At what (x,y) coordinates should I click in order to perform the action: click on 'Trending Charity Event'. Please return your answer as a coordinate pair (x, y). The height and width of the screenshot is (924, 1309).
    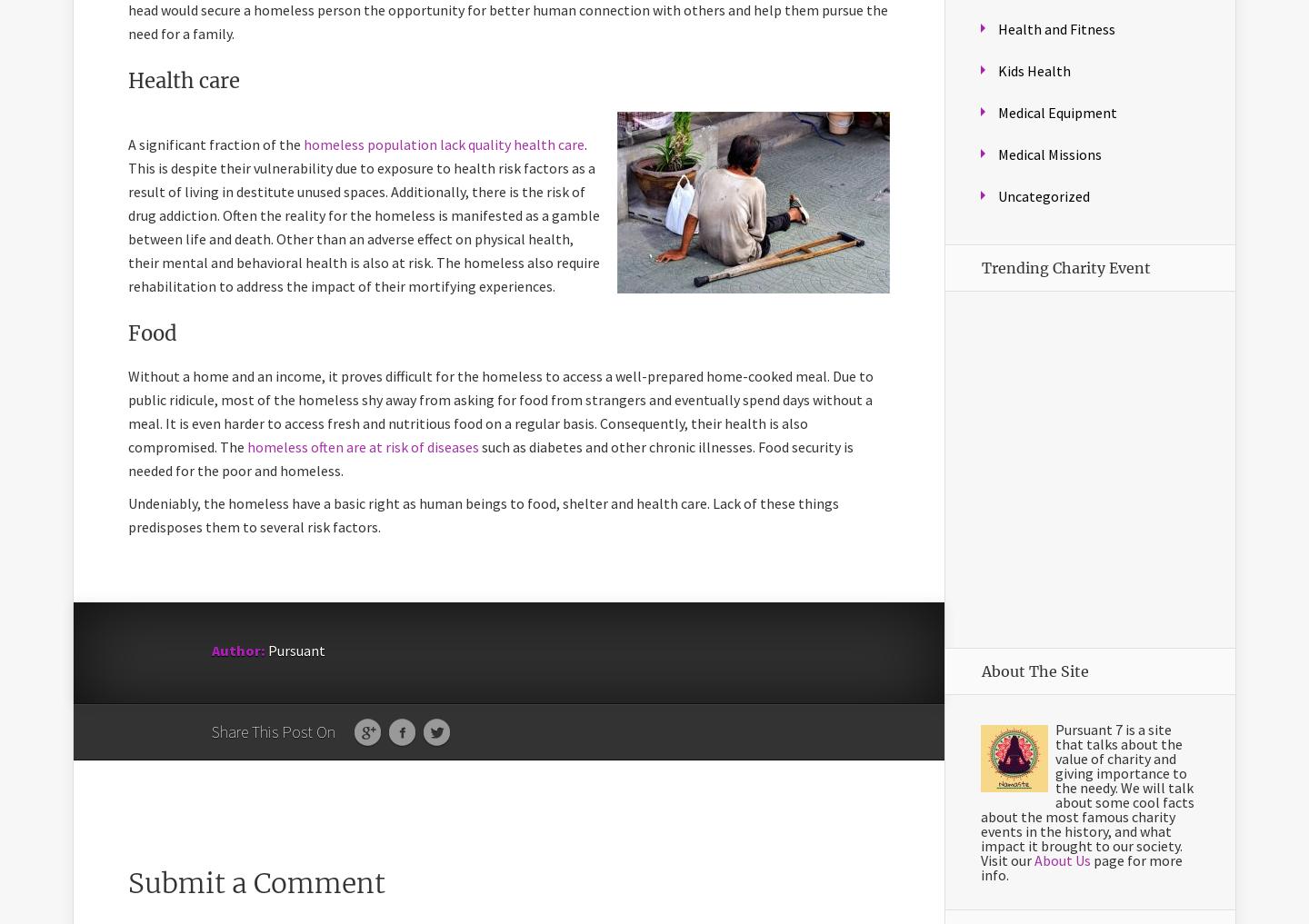
    Looking at the image, I should click on (1066, 268).